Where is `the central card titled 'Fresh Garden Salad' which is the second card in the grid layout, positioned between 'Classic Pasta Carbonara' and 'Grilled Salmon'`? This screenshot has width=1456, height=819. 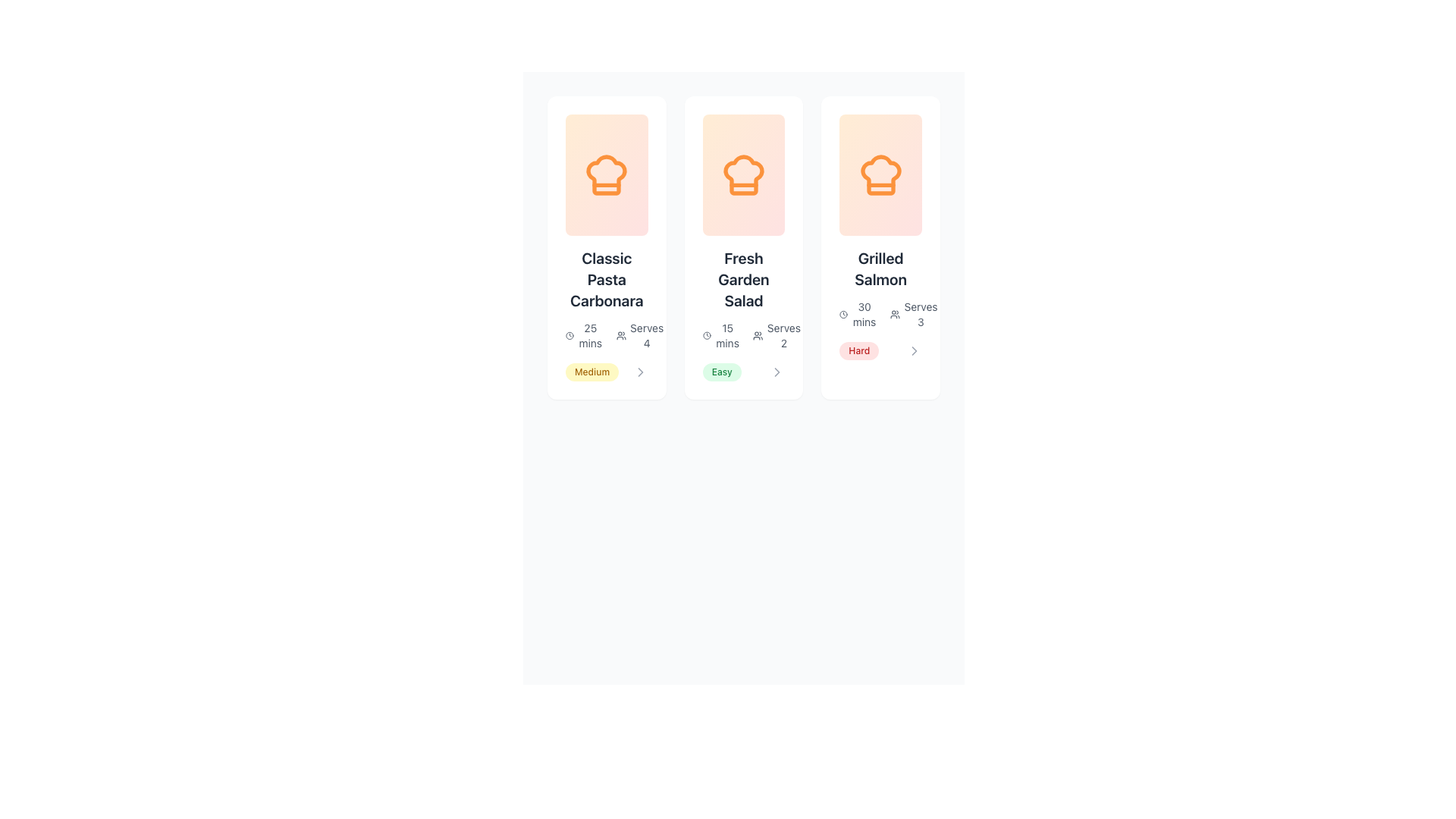 the central card titled 'Fresh Garden Salad' which is the second card in the grid layout, positioned between 'Classic Pasta Carbonara' and 'Grilled Salmon' is located at coordinates (743, 247).